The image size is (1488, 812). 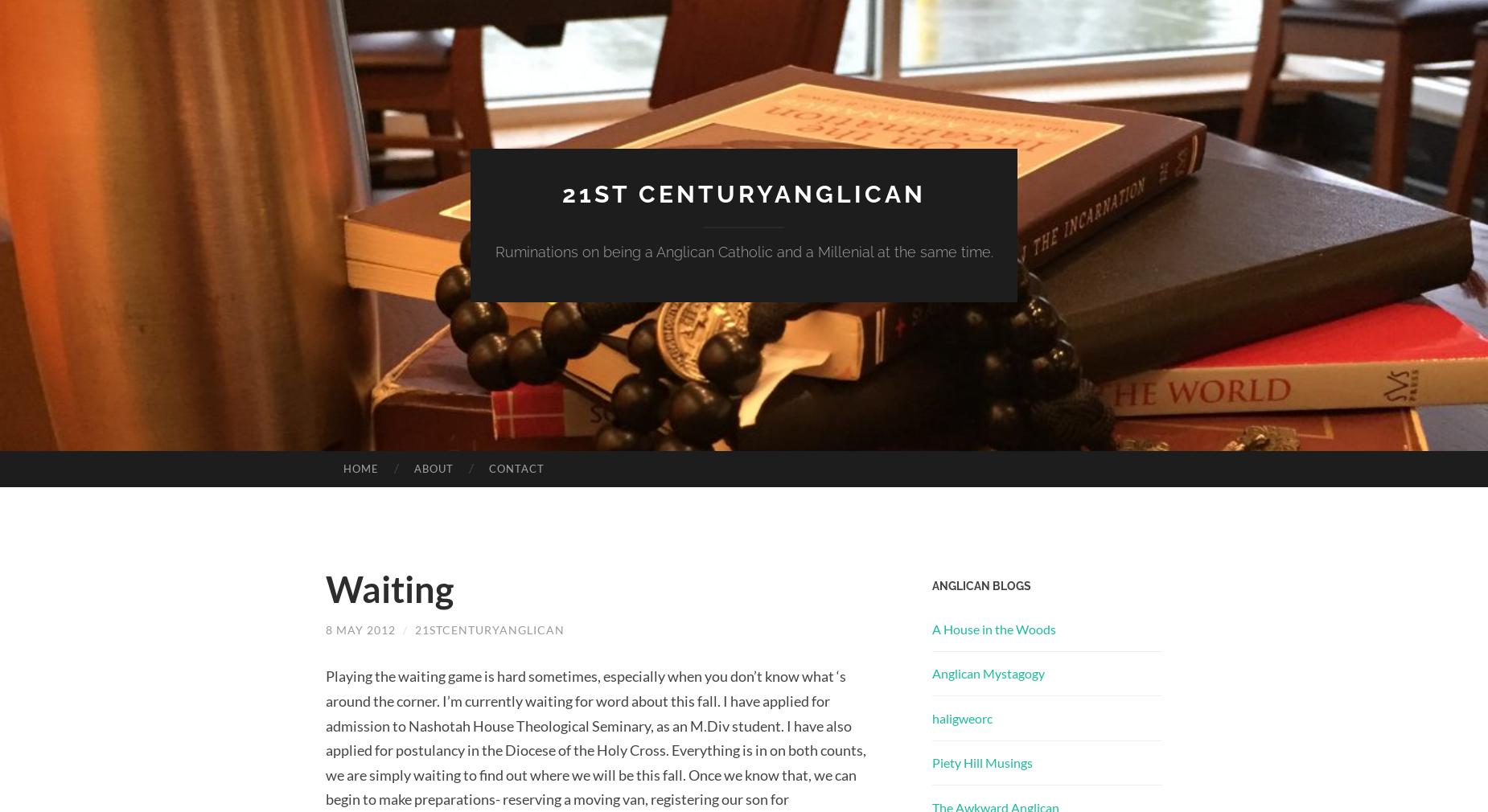 I want to click on '21st centuryanglican', so click(x=744, y=192).